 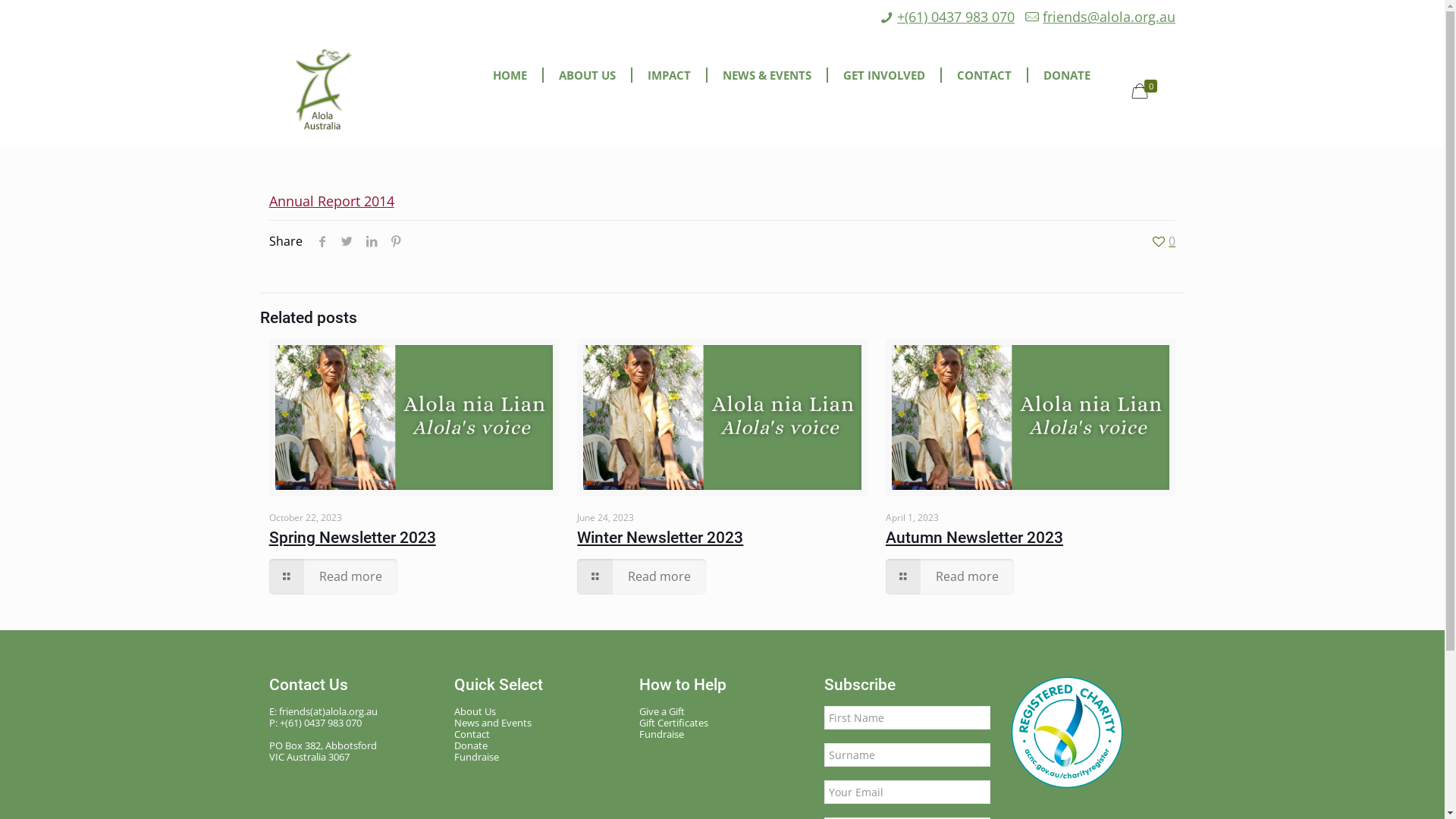 What do you see at coordinates (669, 75) in the screenshot?
I see `'IMPACT'` at bounding box center [669, 75].